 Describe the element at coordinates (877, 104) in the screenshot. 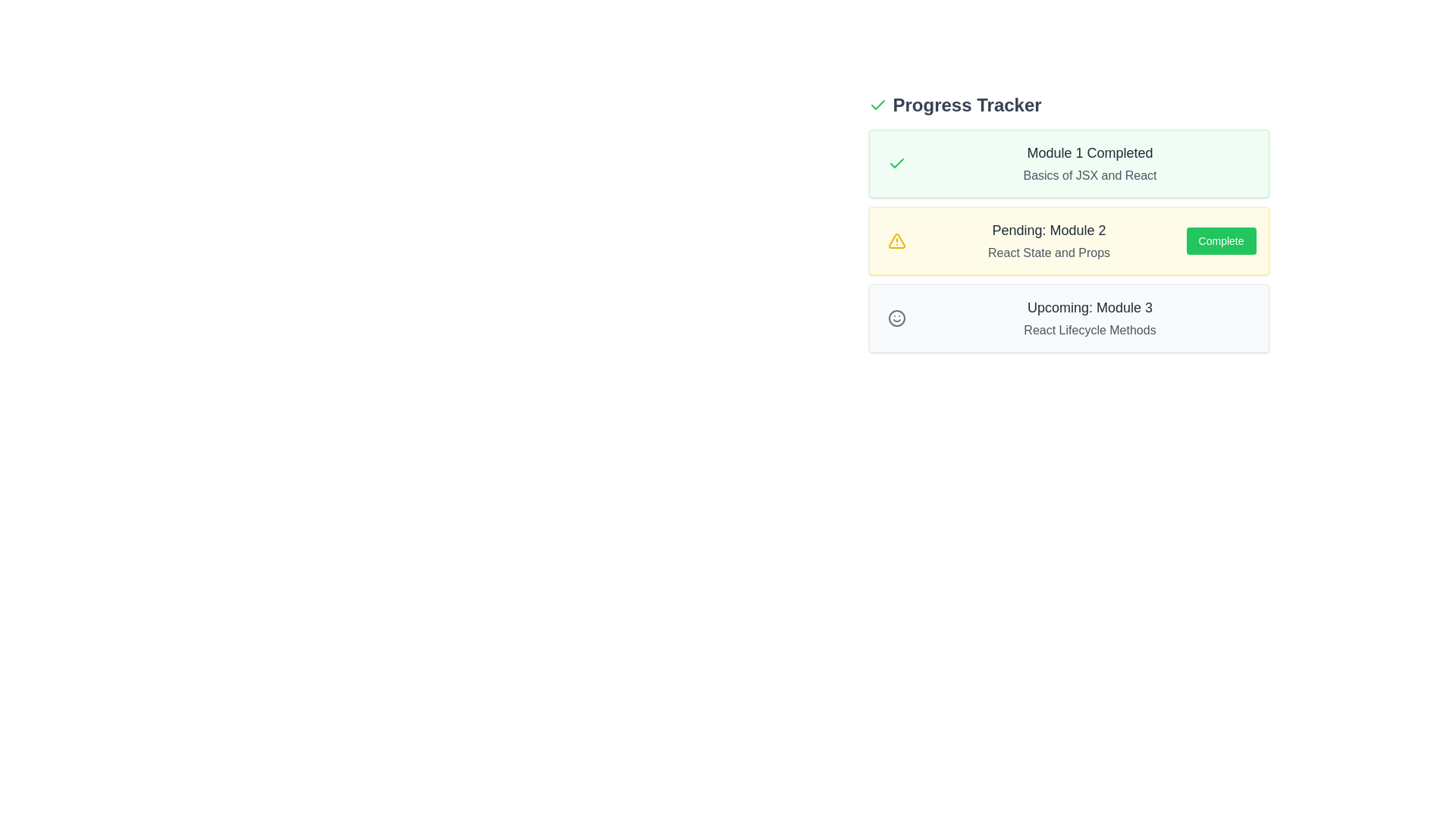

I see `the completion icon for 'Module 1 Completed' in the vertical progress tracker, which is styled with a light green background` at that location.